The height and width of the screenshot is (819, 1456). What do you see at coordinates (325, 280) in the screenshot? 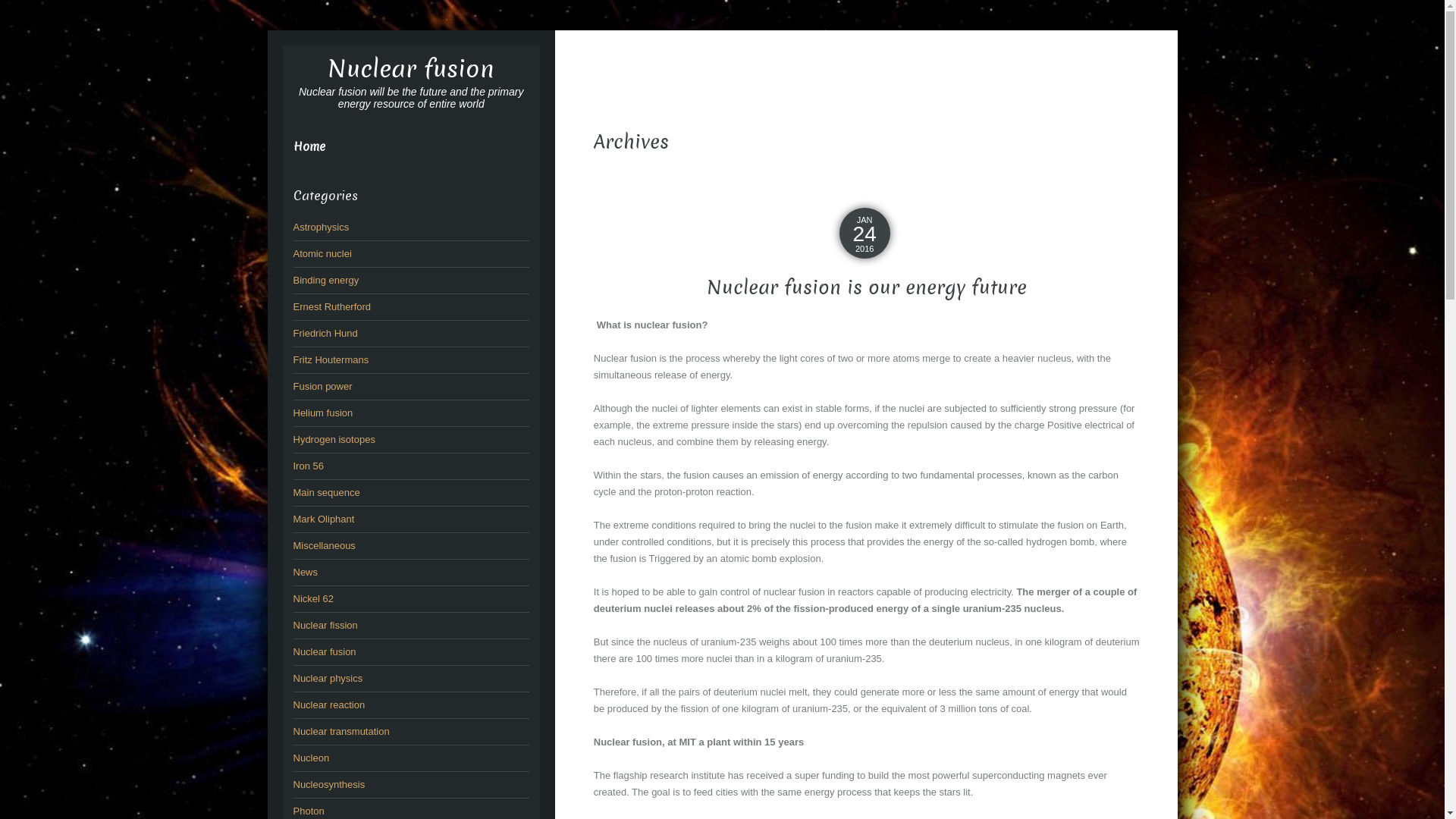
I see `'Binding energy'` at bounding box center [325, 280].